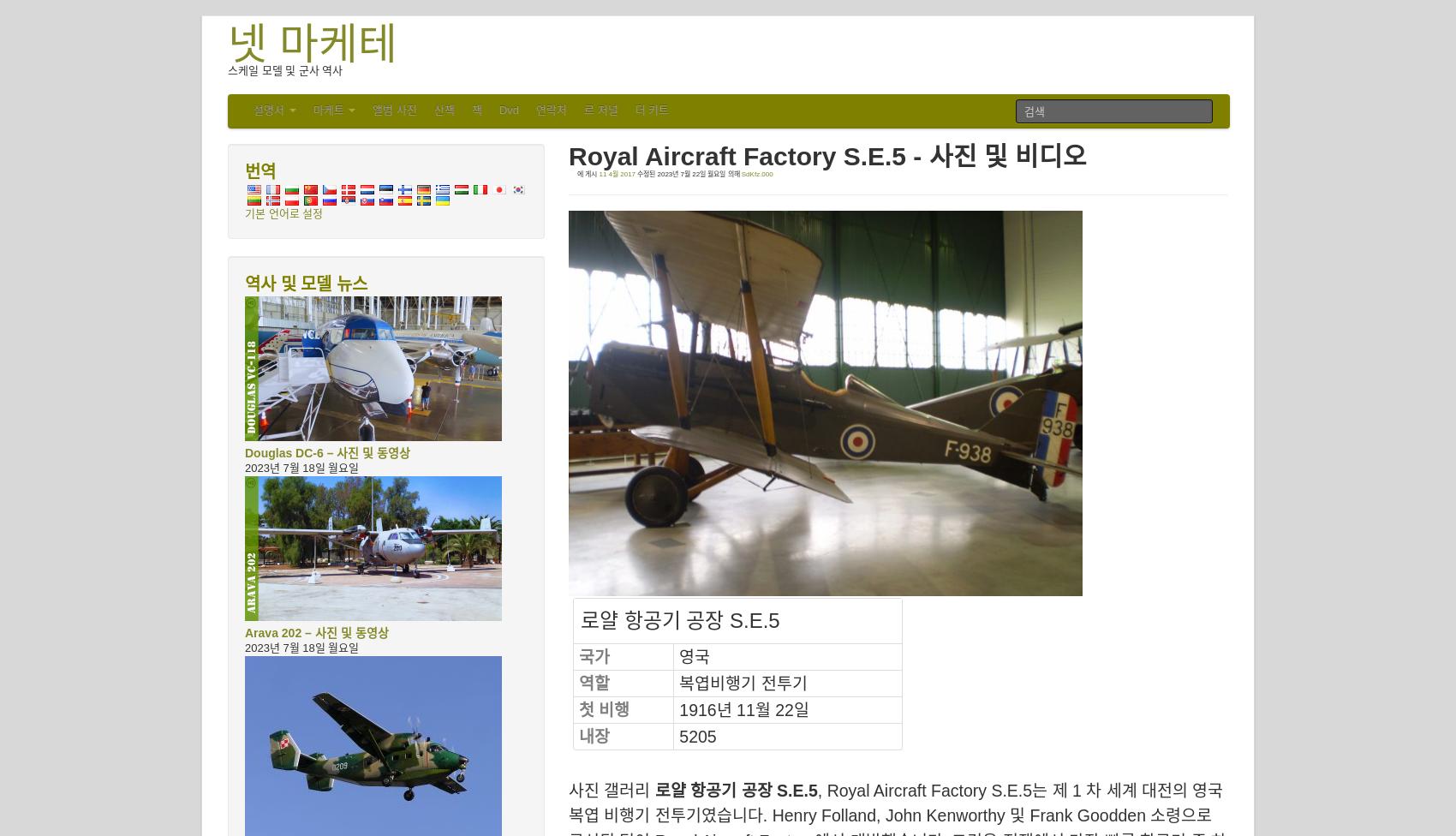  What do you see at coordinates (743, 710) in the screenshot?
I see `'1916년 11월 22일'` at bounding box center [743, 710].